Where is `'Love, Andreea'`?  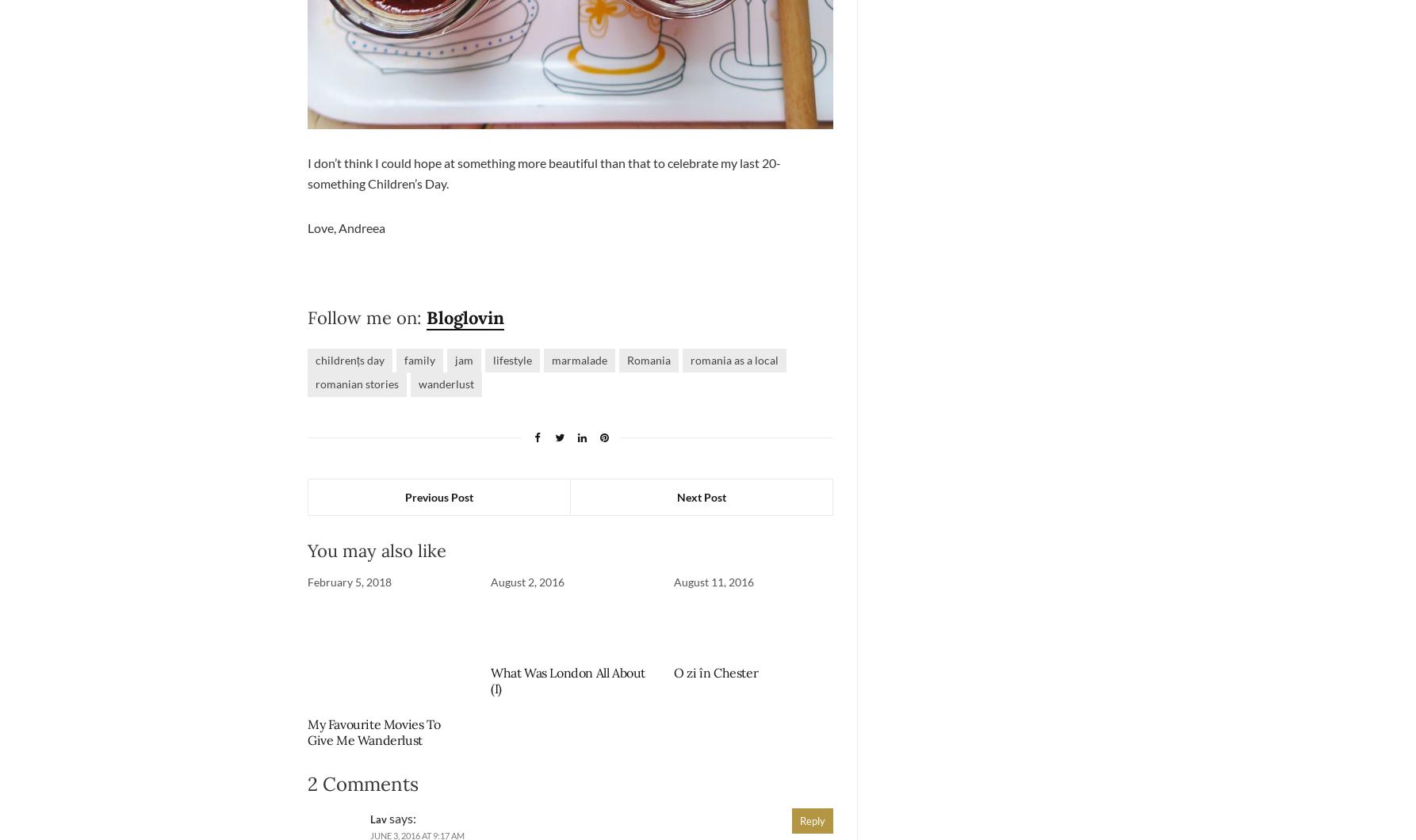
'Love, Andreea' is located at coordinates (346, 227).